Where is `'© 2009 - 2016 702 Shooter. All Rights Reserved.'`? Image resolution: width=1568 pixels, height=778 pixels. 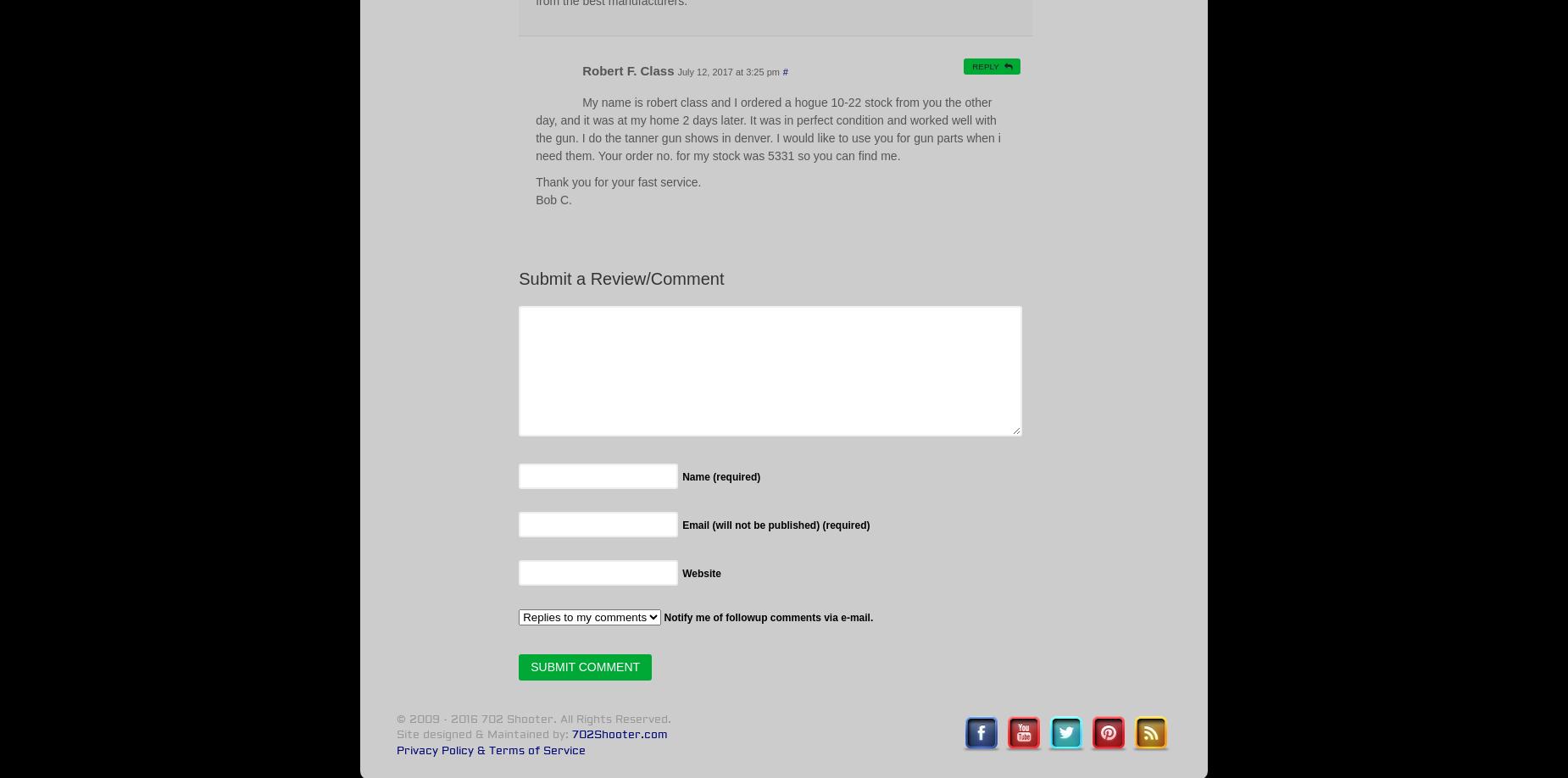
'© 2009 - 2016 702 Shooter. All Rights Reserved.' is located at coordinates (395, 718).